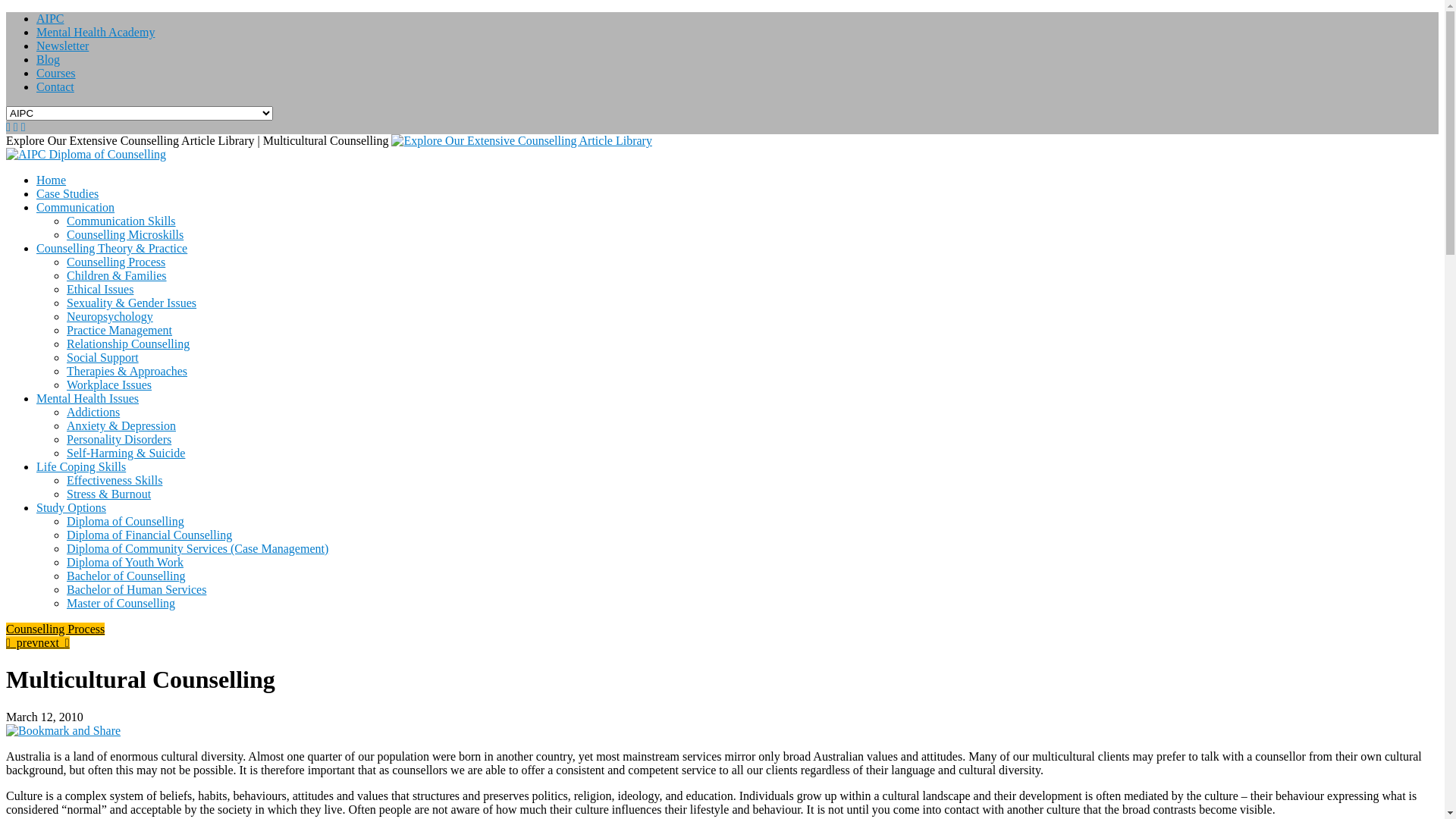  What do you see at coordinates (74, 207) in the screenshot?
I see `'Communication'` at bounding box center [74, 207].